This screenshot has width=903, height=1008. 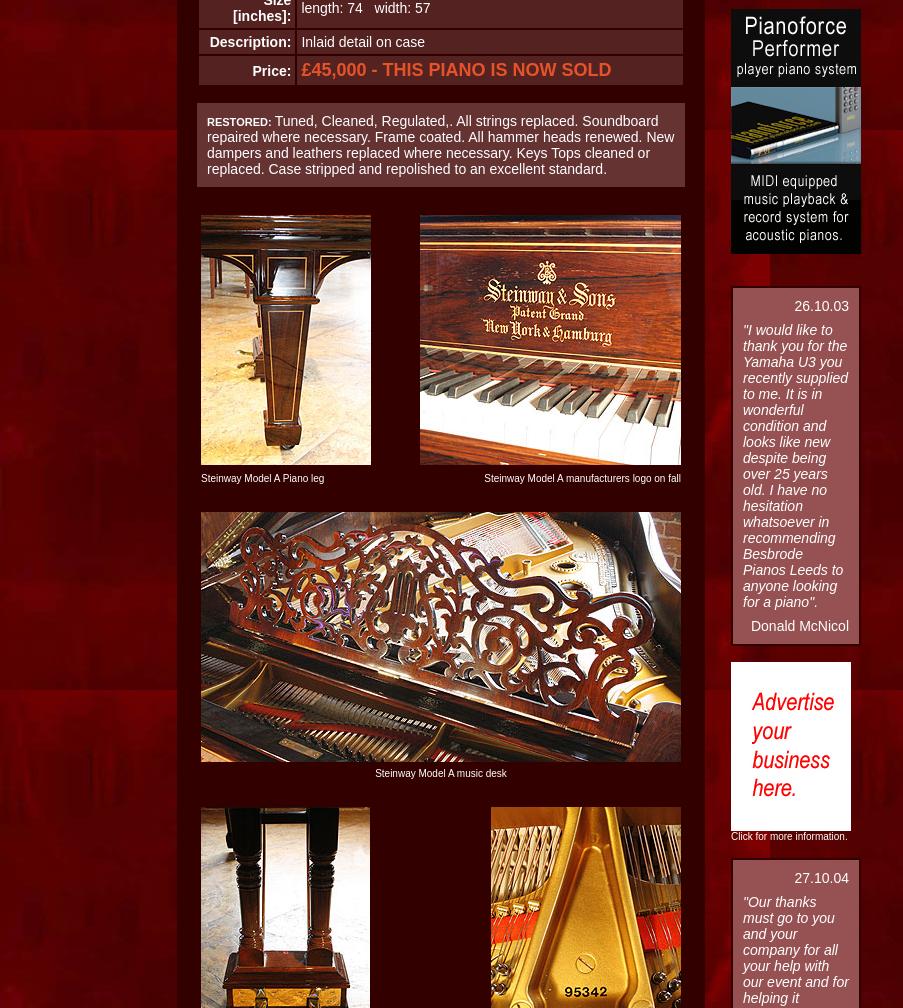 I want to click on 'Steinway Model A music desk', so click(x=439, y=773).